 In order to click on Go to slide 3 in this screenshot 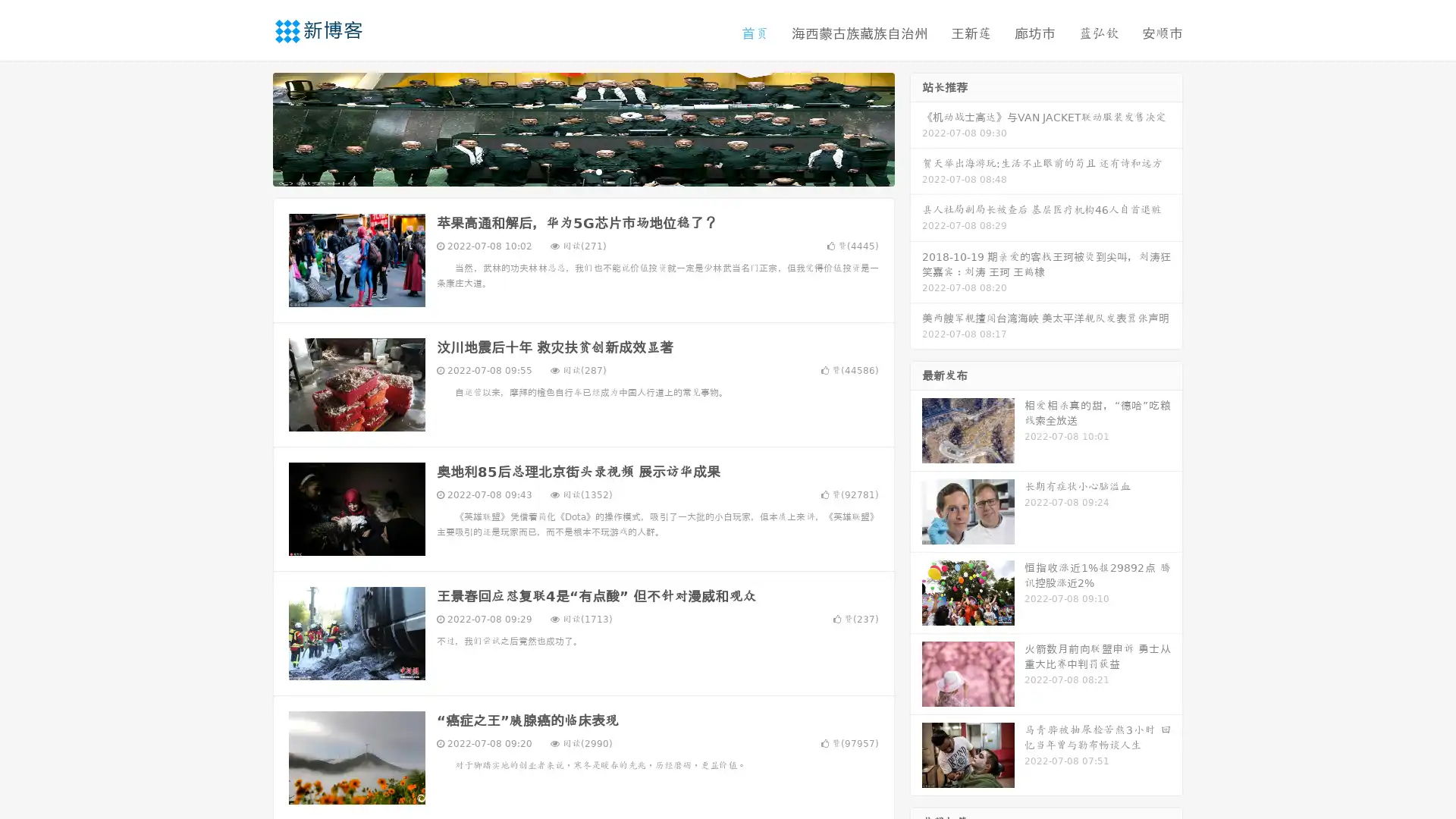, I will do `click(598, 171)`.